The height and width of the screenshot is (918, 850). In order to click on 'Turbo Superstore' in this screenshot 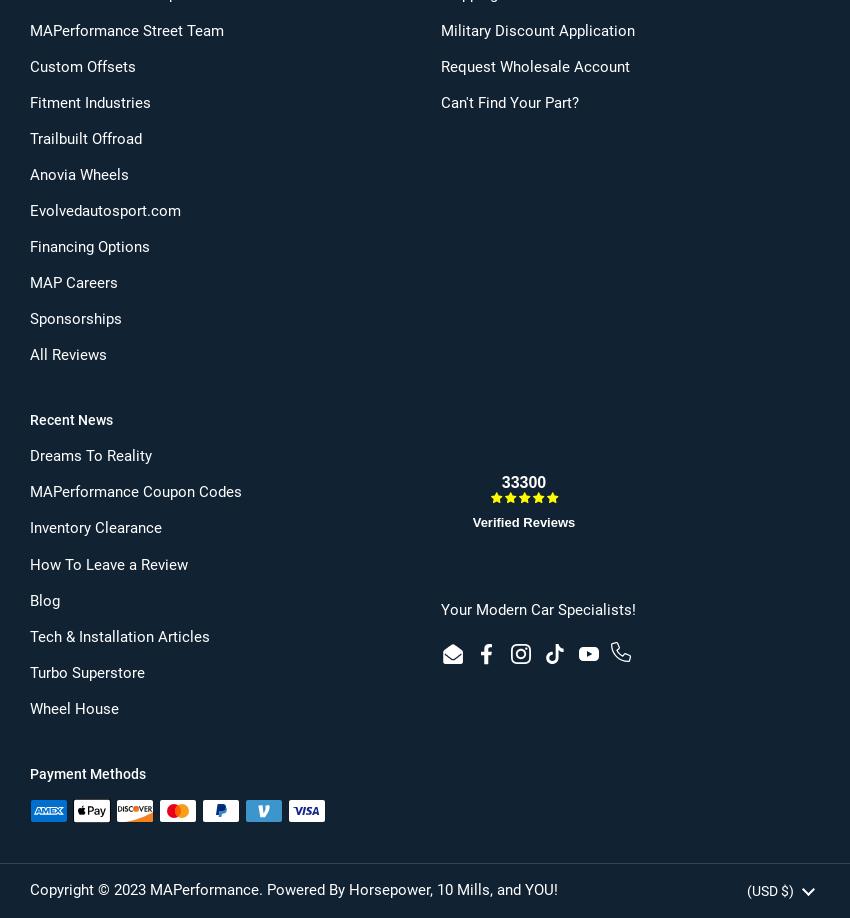, I will do `click(86, 671)`.